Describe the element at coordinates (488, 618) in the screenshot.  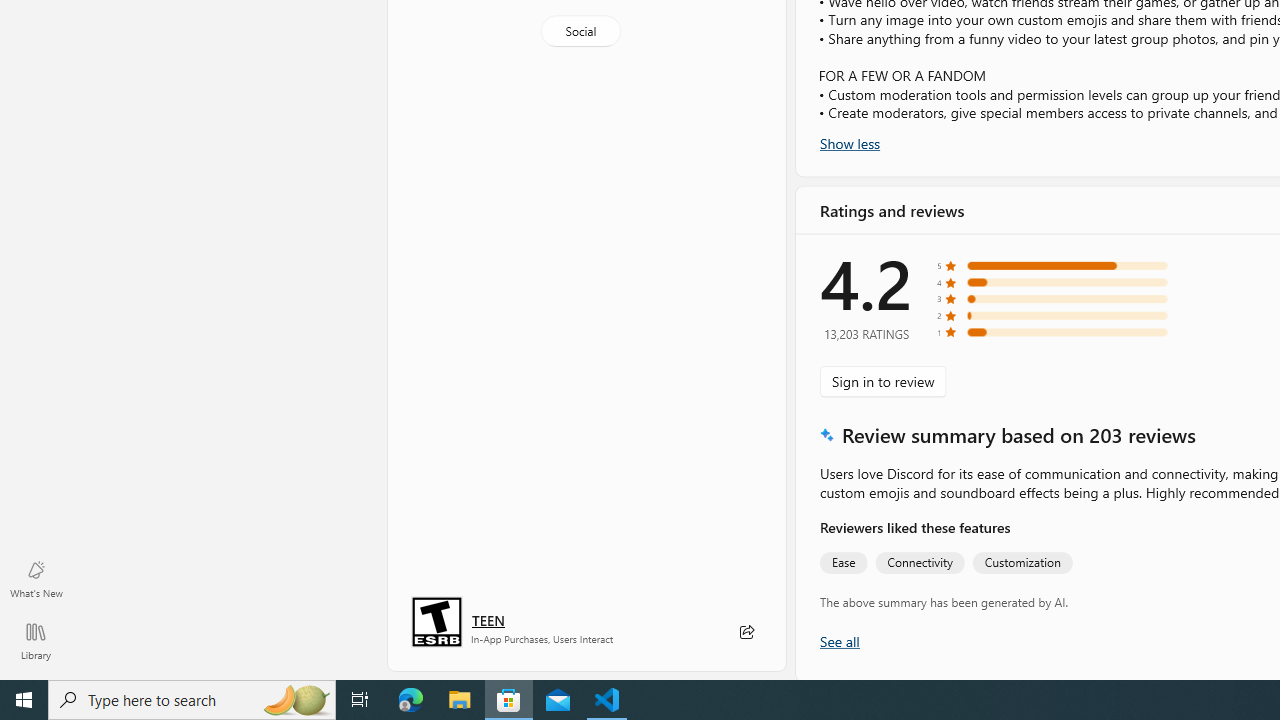
I see `'Age rating: TEEN. Click for more information.'` at that location.